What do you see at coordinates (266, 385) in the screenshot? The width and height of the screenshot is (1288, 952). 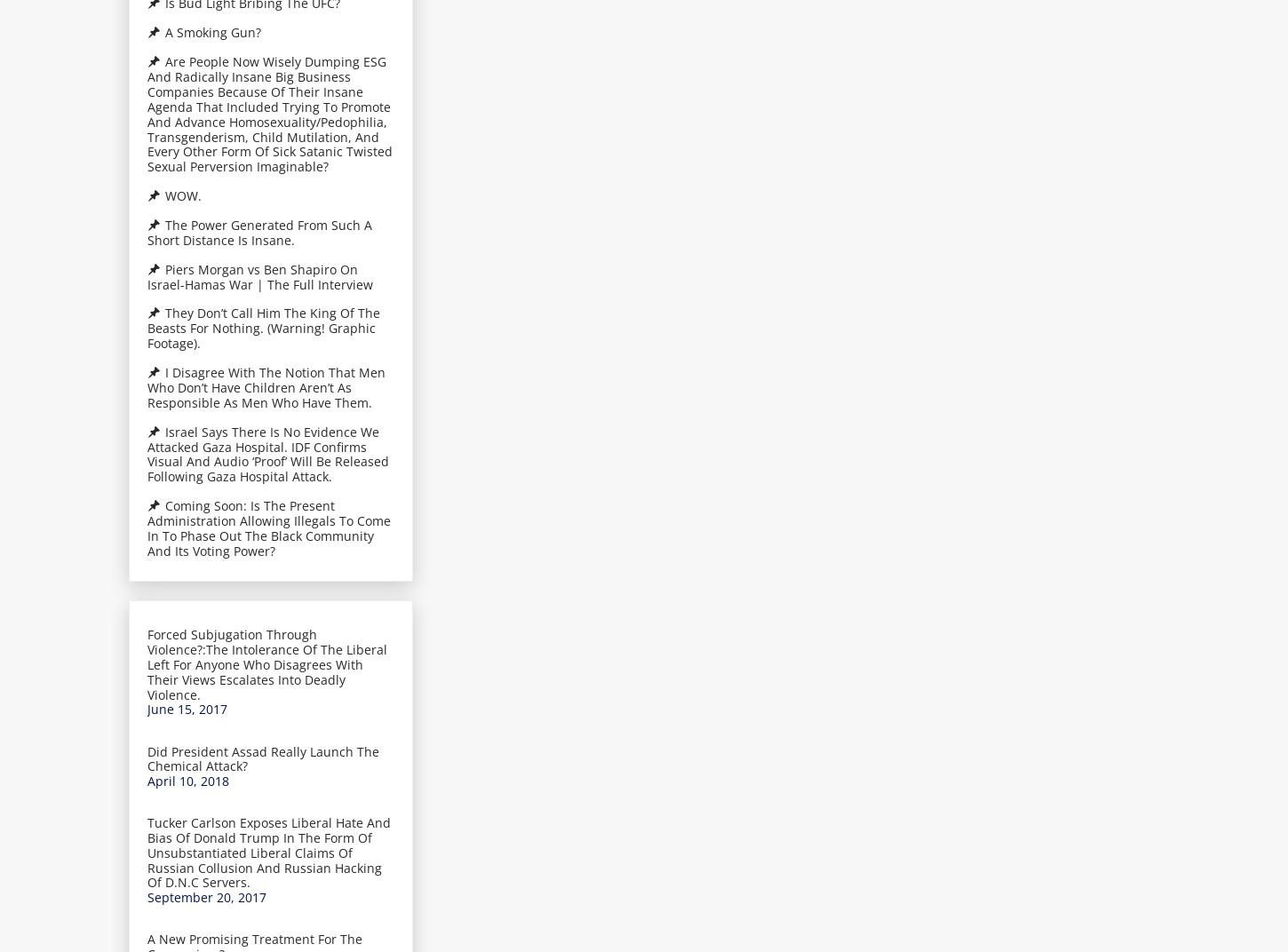 I see `'I Disagree With The Notion That Men Who Don’t Have Children Aren’t As Responsible As Men Who Have Them.'` at bounding box center [266, 385].